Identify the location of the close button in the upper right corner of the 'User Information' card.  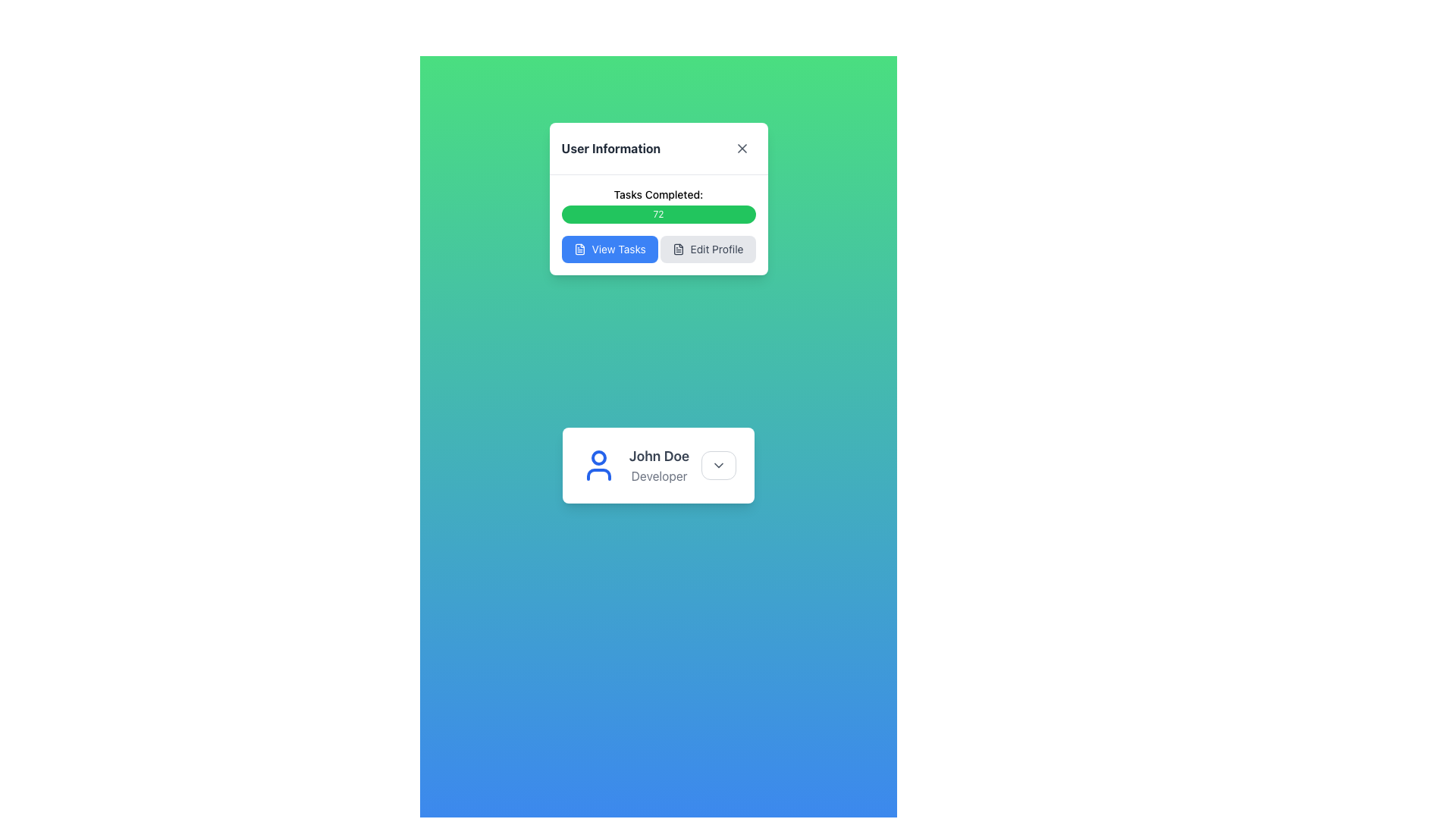
(742, 149).